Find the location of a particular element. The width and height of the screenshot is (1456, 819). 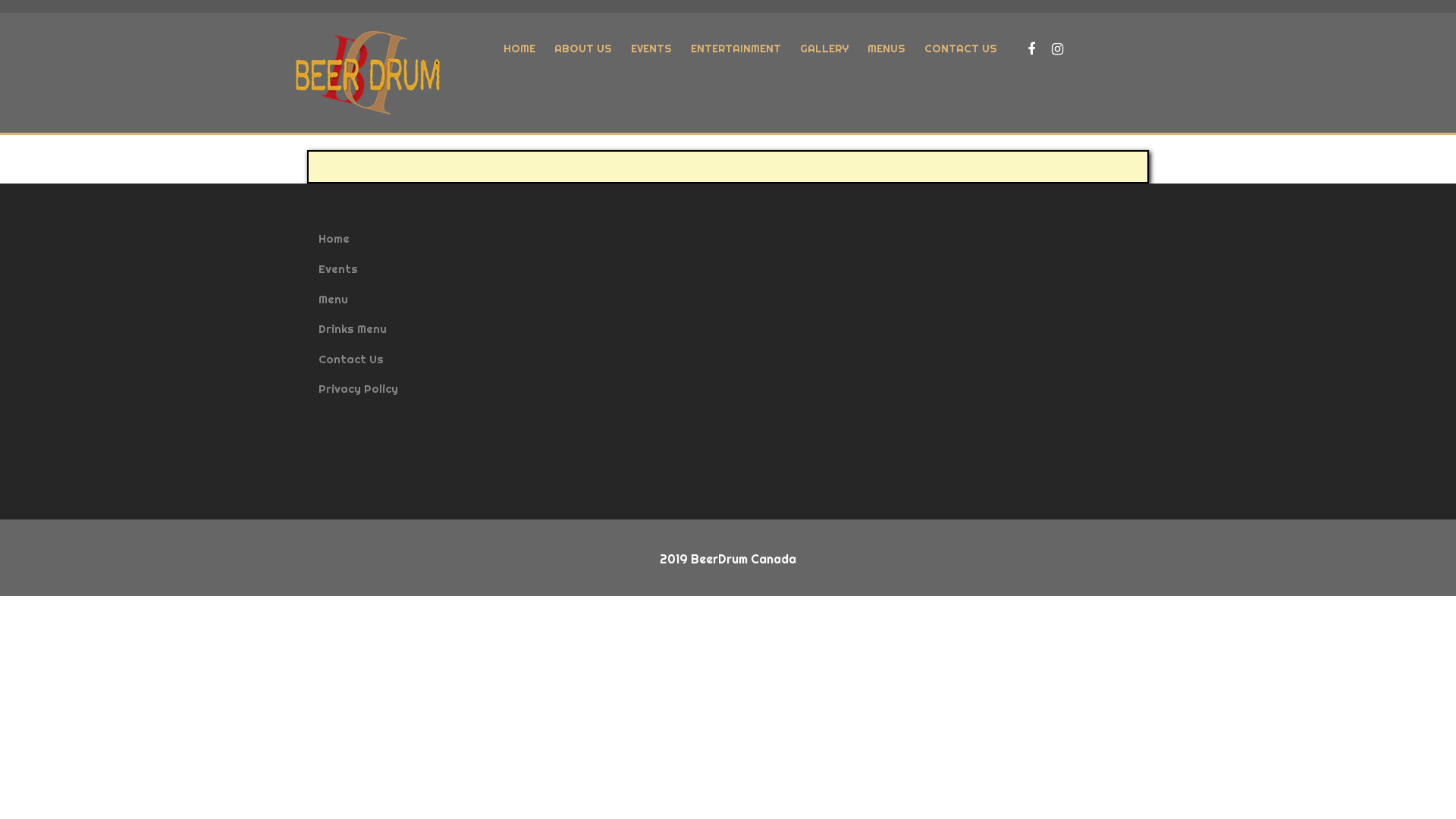

'Menu' is located at coordinates (332, 299).